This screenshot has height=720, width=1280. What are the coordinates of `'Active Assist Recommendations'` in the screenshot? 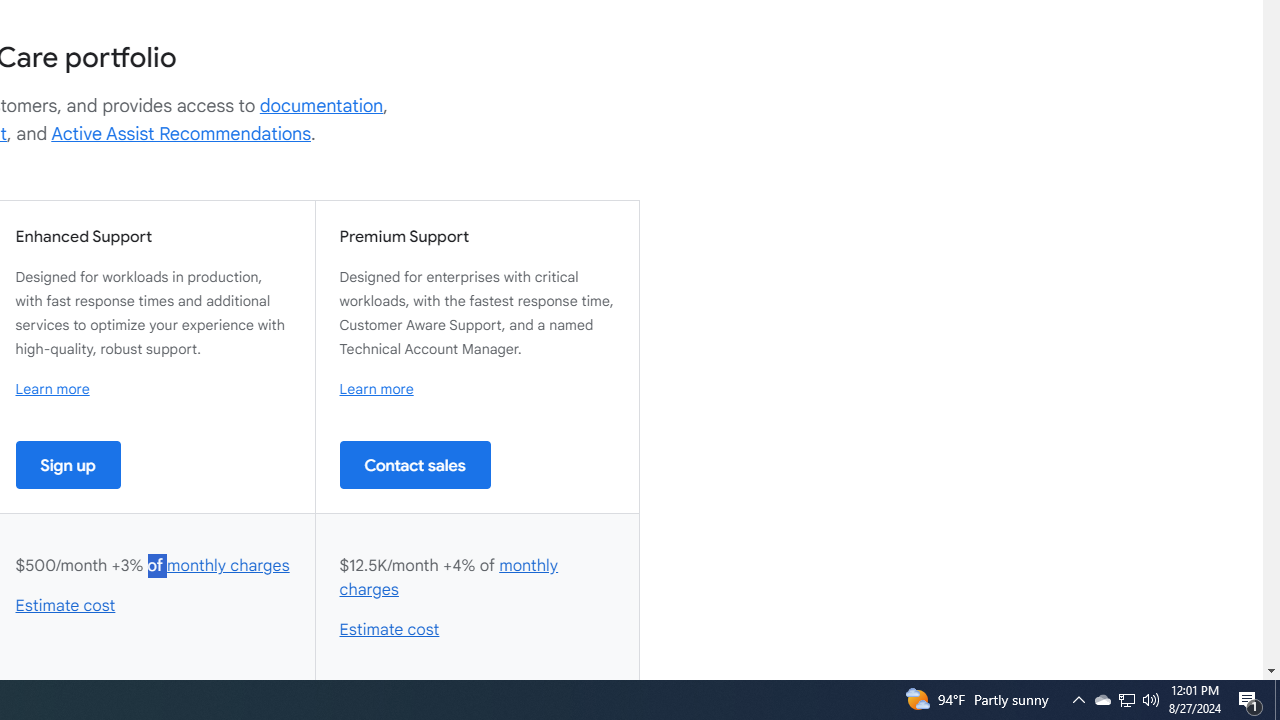 It's located at (181, 133).